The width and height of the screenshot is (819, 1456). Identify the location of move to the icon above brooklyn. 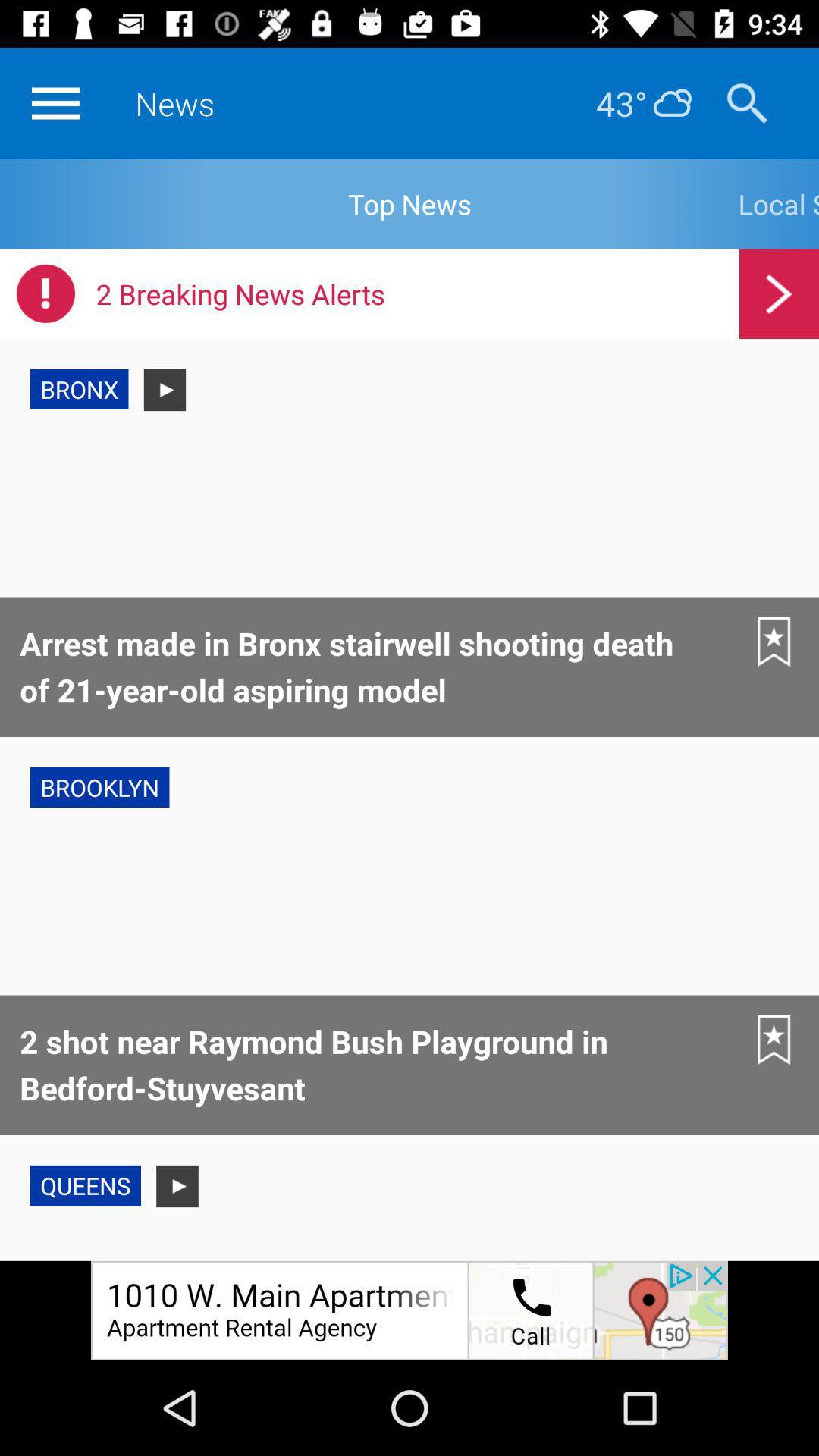
(774, 642).